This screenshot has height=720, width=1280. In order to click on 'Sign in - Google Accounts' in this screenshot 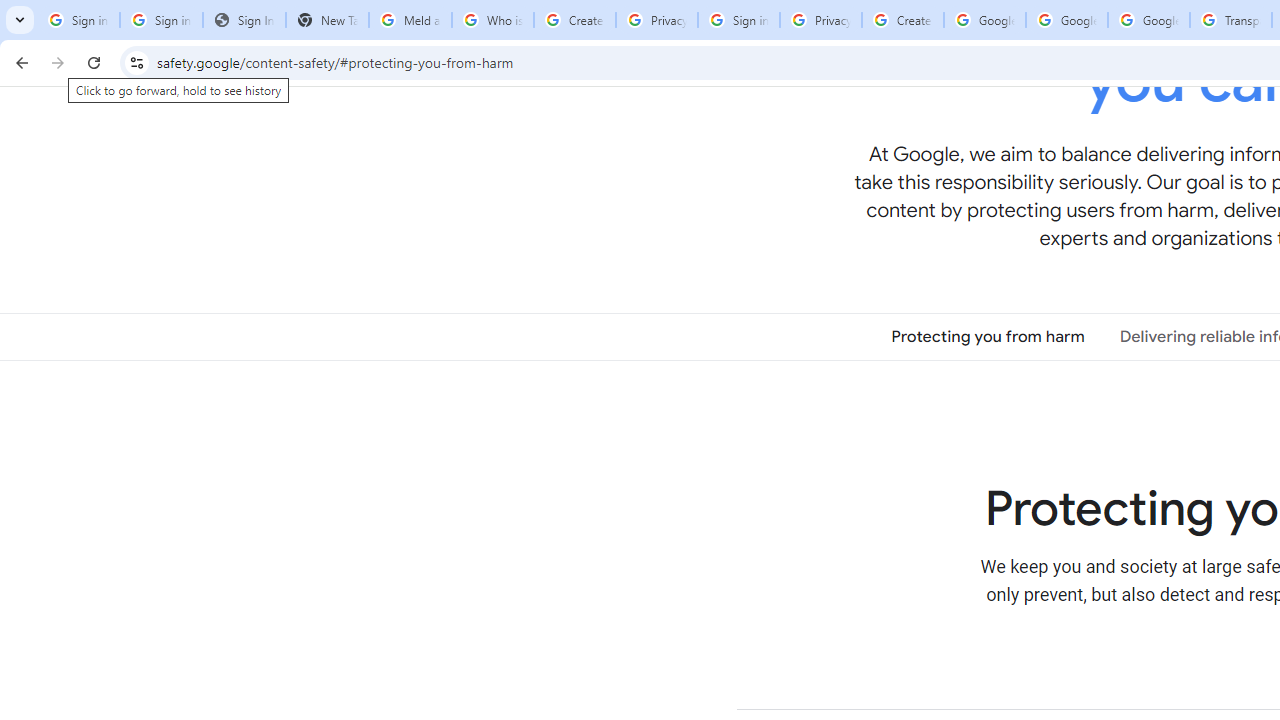, I will do `click(737, 20)`.